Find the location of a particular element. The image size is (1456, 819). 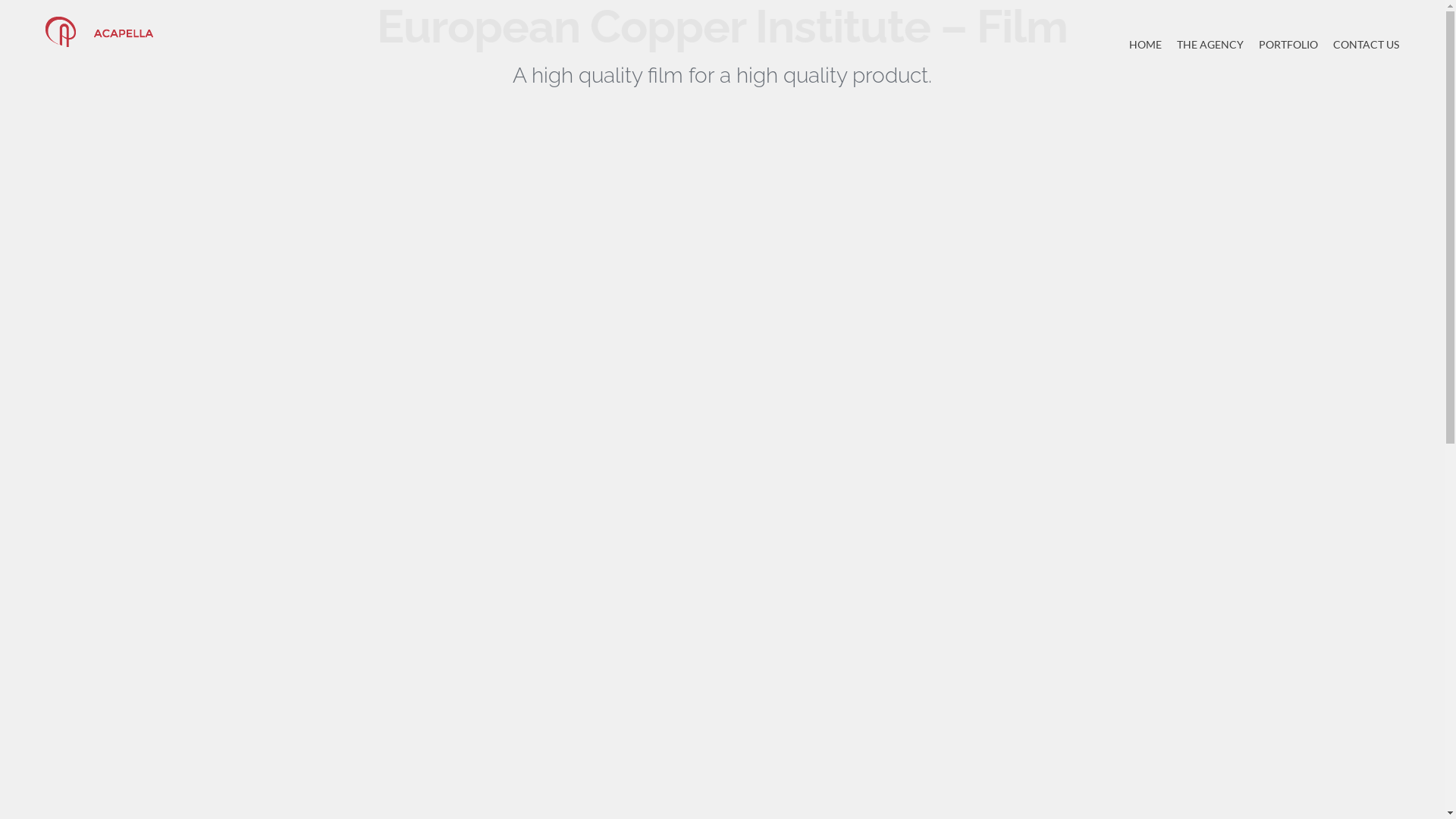

'PORTFOLIO' is located at coordinates (1288, 43).